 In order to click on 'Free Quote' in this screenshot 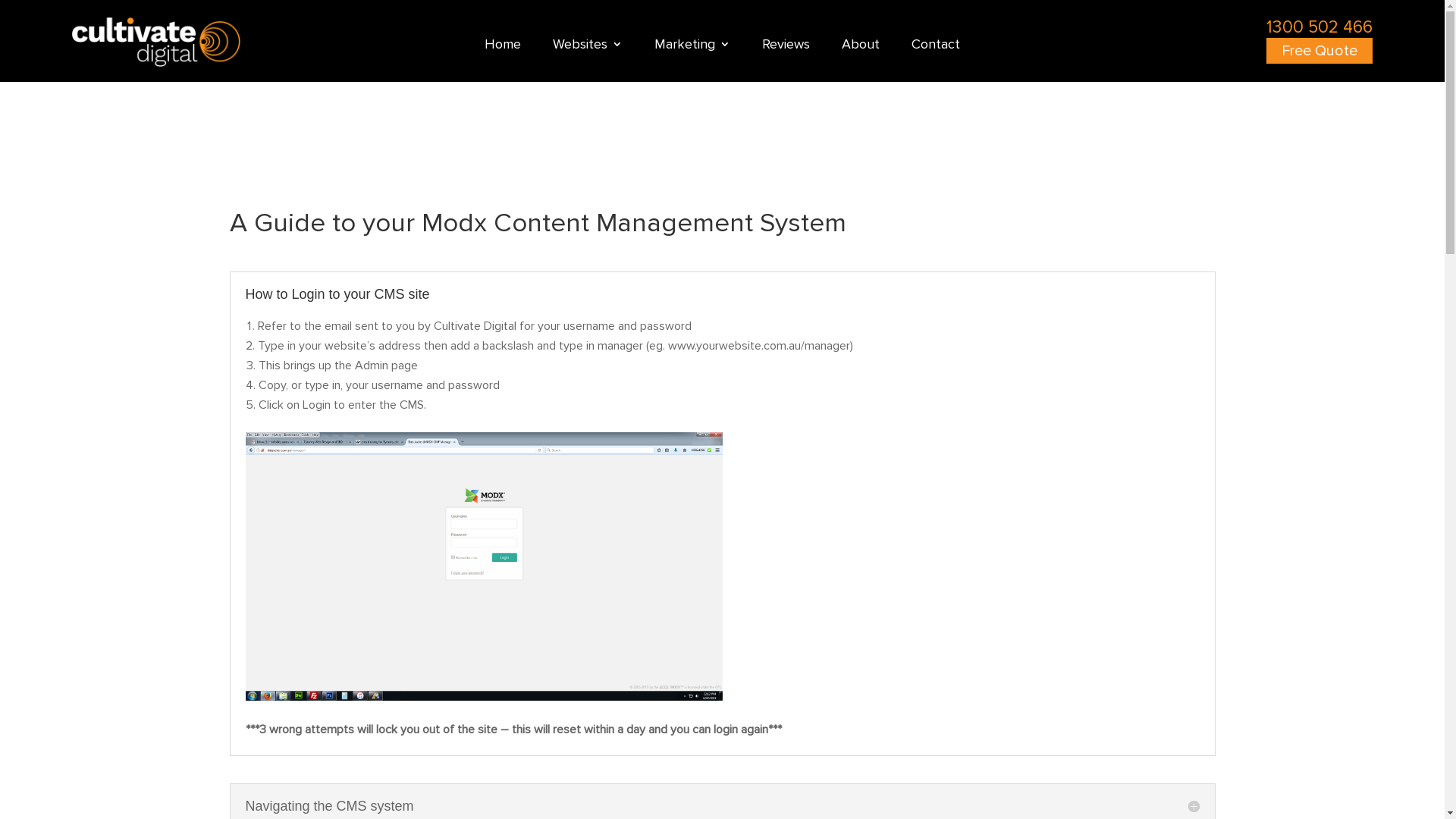, I will do `click(1318, 49)`.